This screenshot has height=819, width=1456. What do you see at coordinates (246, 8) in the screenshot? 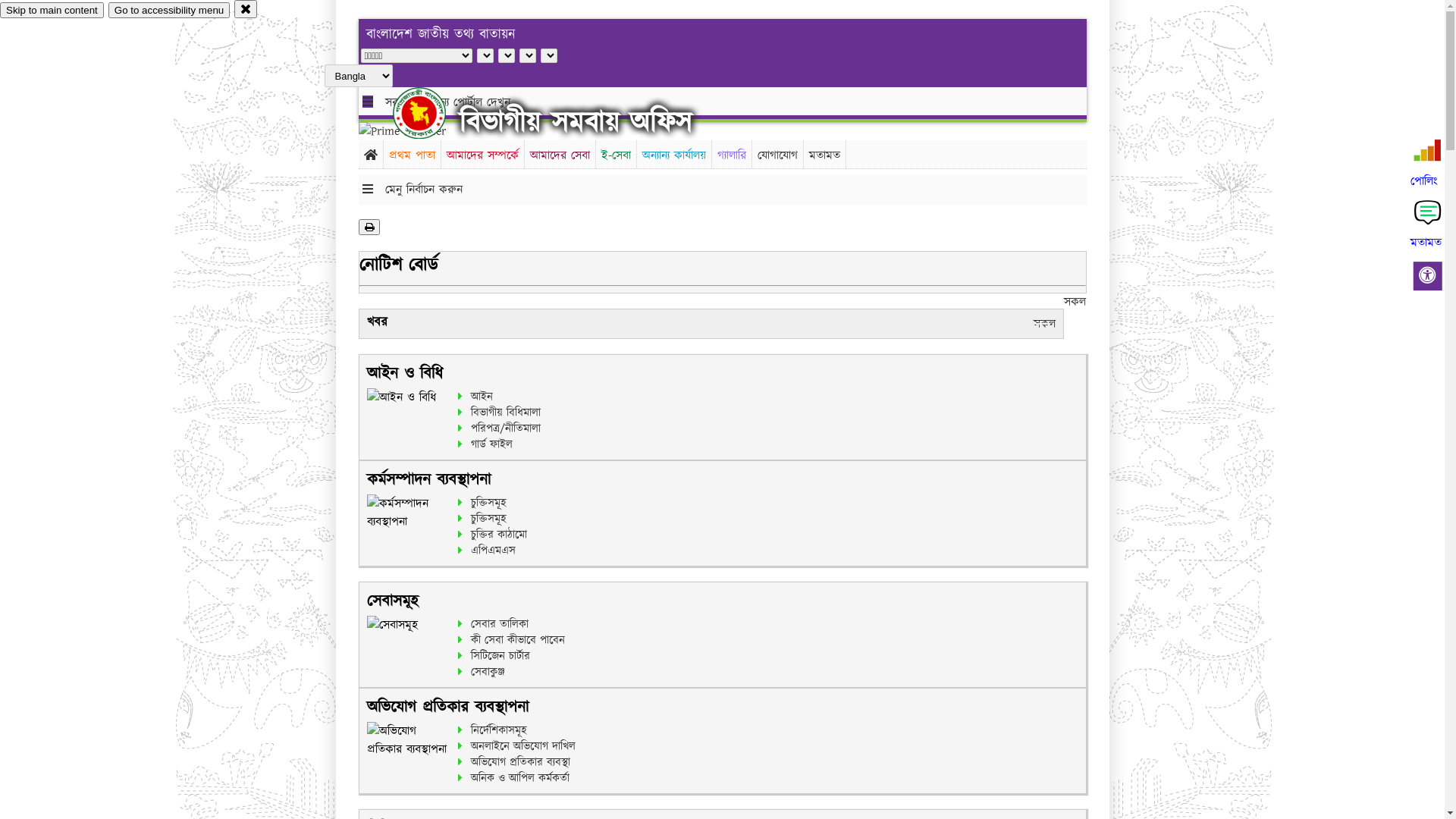
I see `'close'` at bounding box center [246, 8].